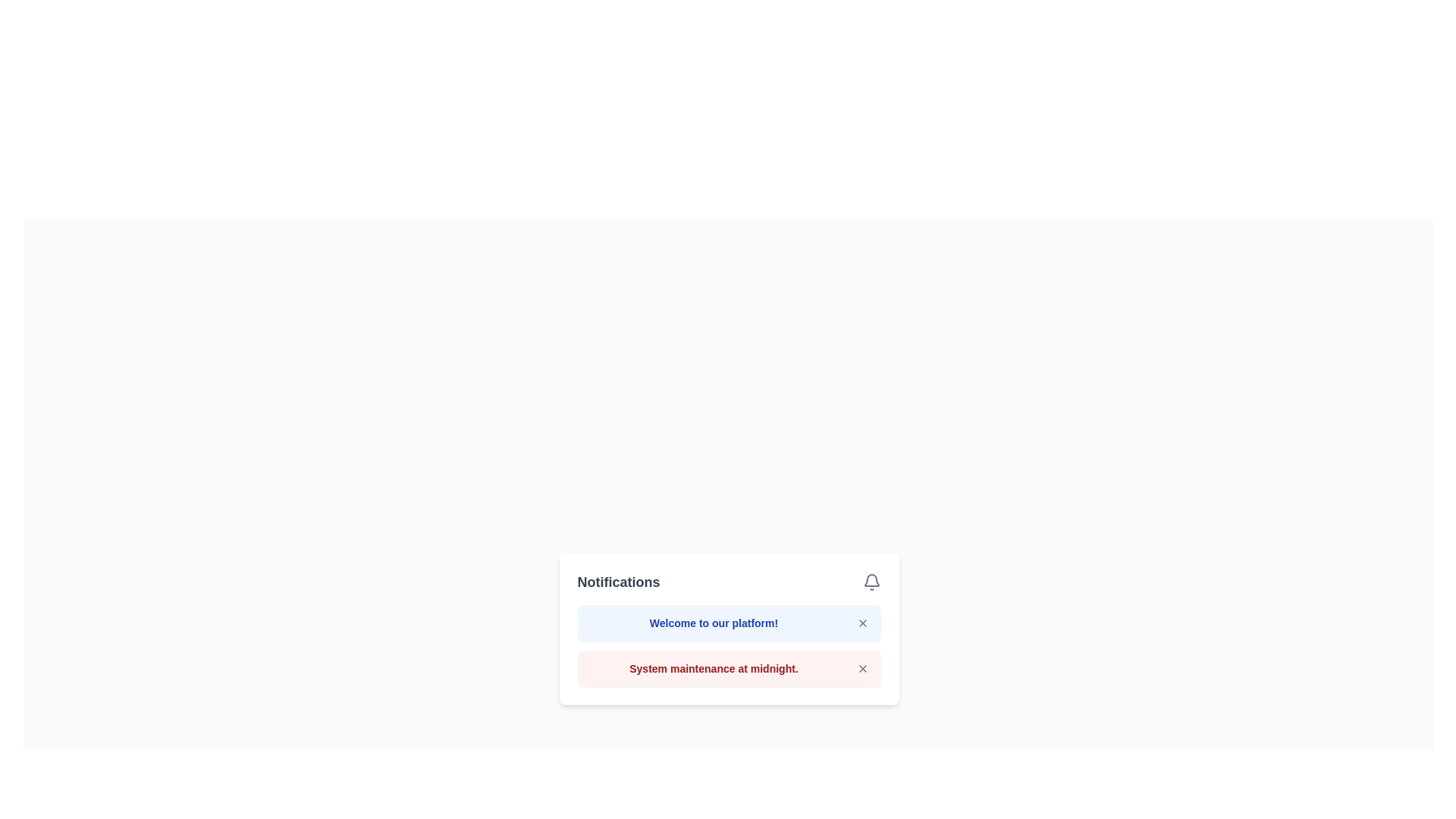 Image resolution: width=1456 pixels, height=819 pixels. Describe the element at coordinates (713, 668) in the screenshot. I see `text content of the notification label displaying 'System maintenance at midnight.' which is styled in bold red font on a light red background` at that location.